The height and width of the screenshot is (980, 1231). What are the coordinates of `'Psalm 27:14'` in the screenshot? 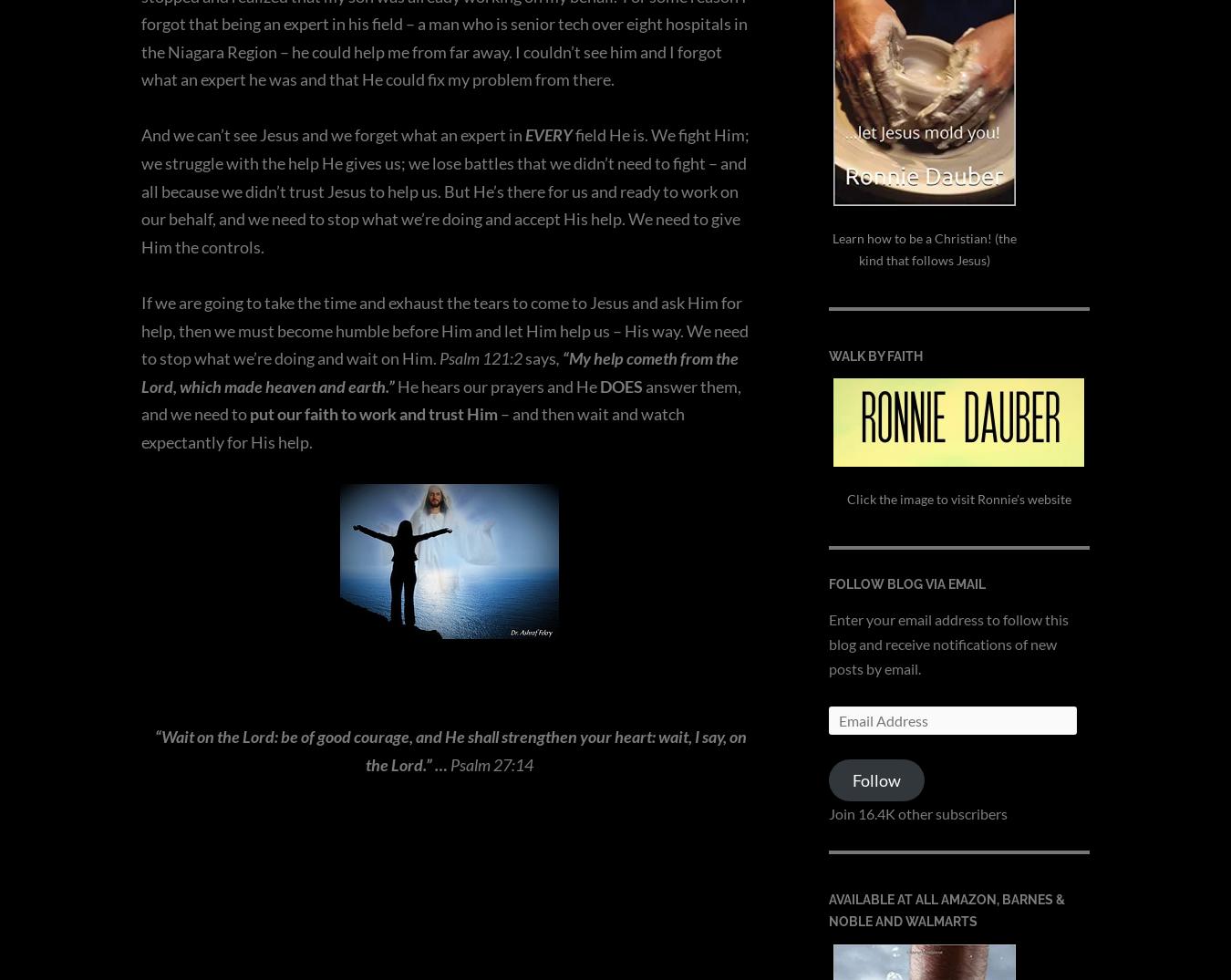 It's located at (491, 763).